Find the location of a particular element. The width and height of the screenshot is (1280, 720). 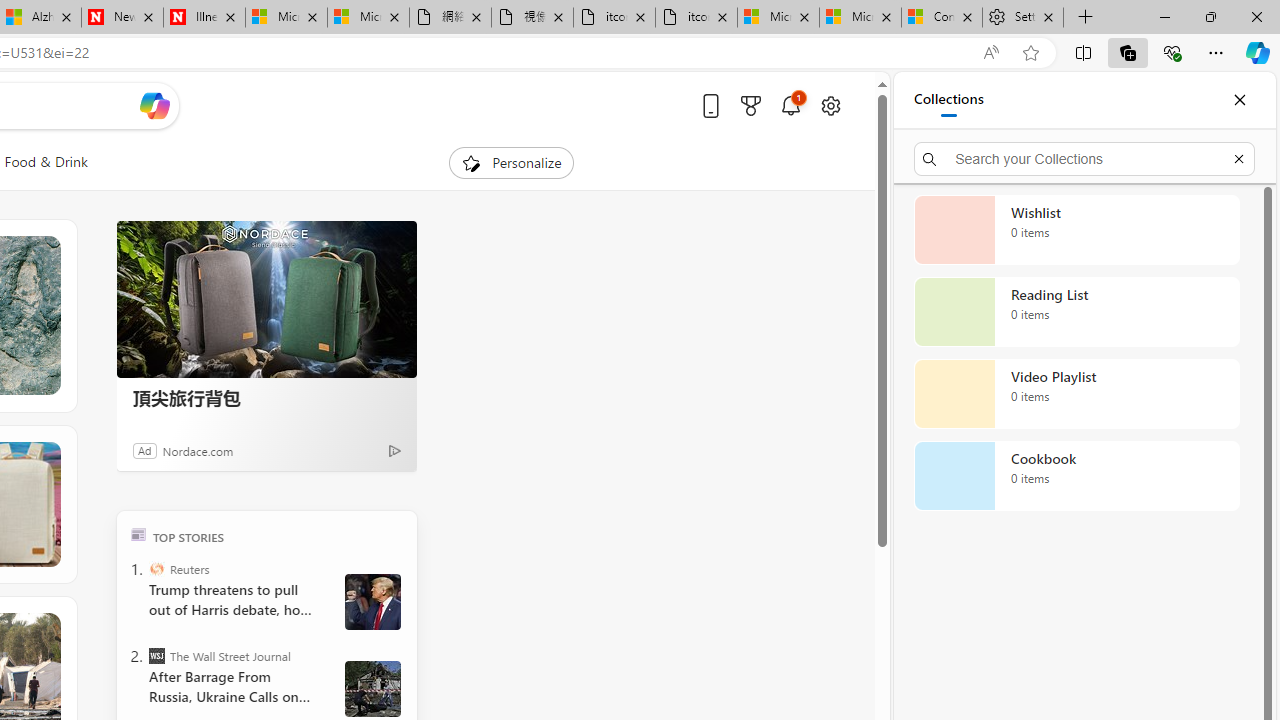

'itconcepthk.com/projector_solutions.mp4' is located at coordinates (696, 17).